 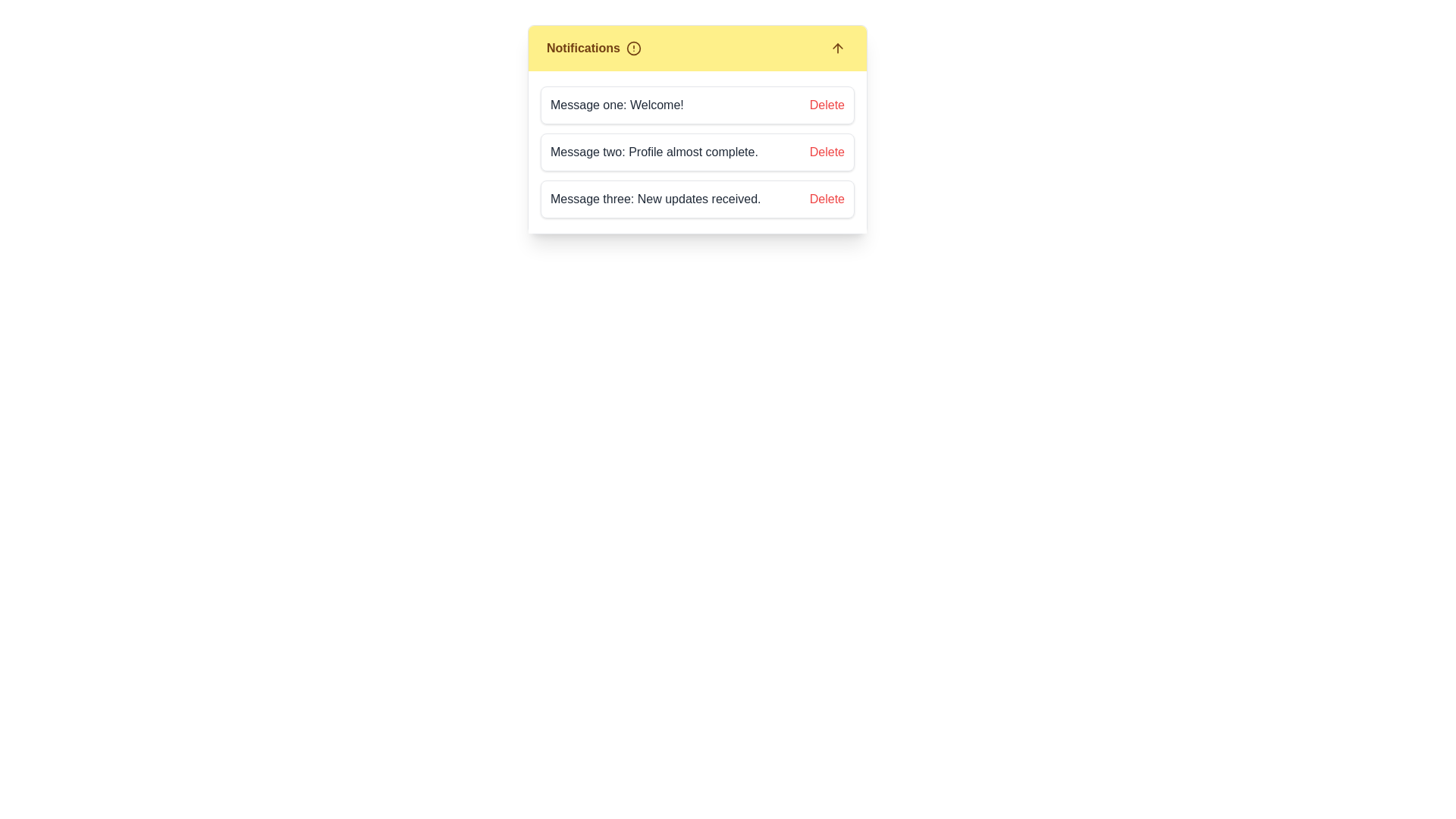 What do you see at coordinates (620, 104) in the screenshot?
I see `the static text label displaying the content of a notification message located on the left side within the first notification card of the notification dropdown` at bounding box center [620, 104].